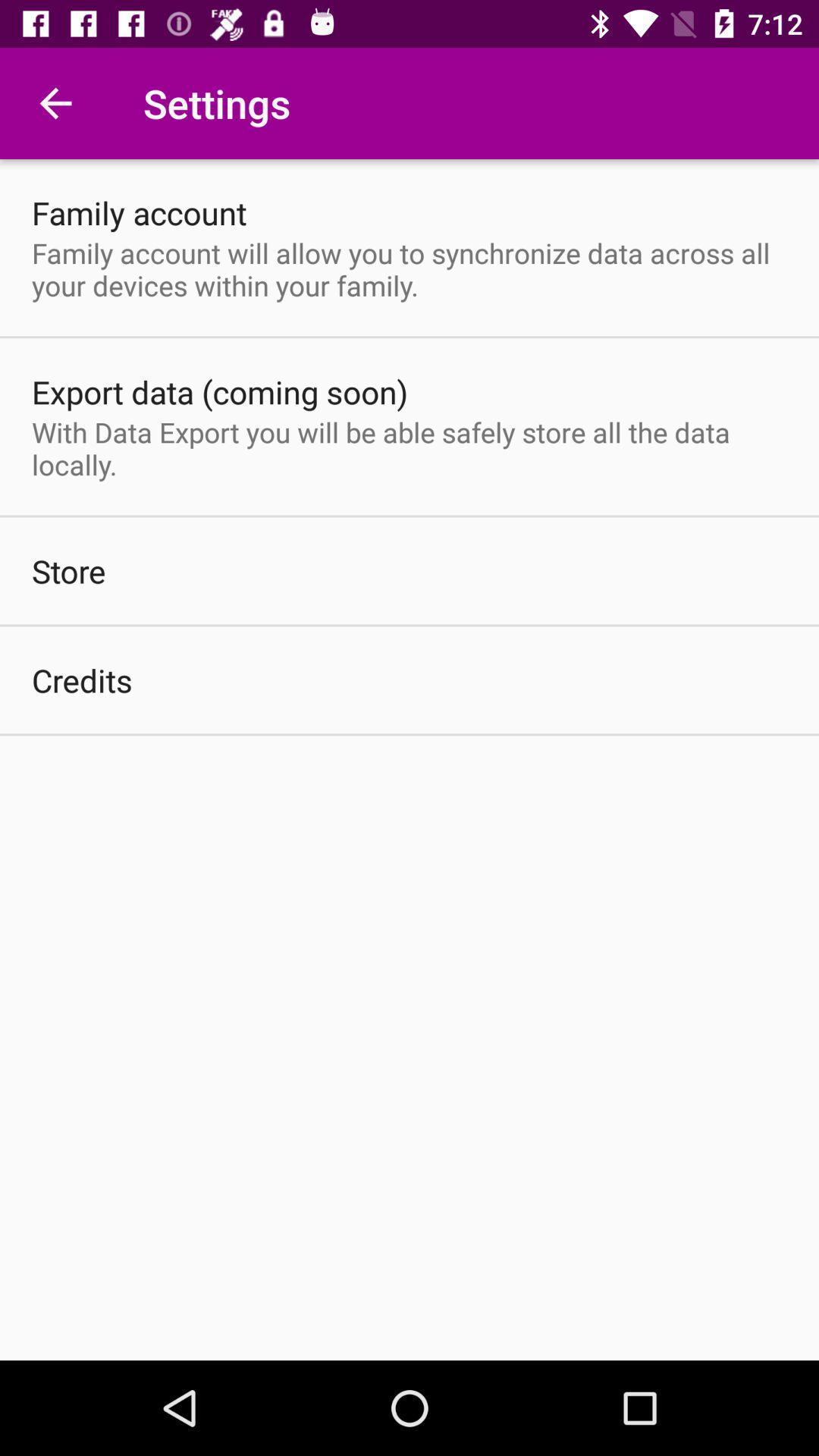  I want to click on credits icon, so click(82, 679).